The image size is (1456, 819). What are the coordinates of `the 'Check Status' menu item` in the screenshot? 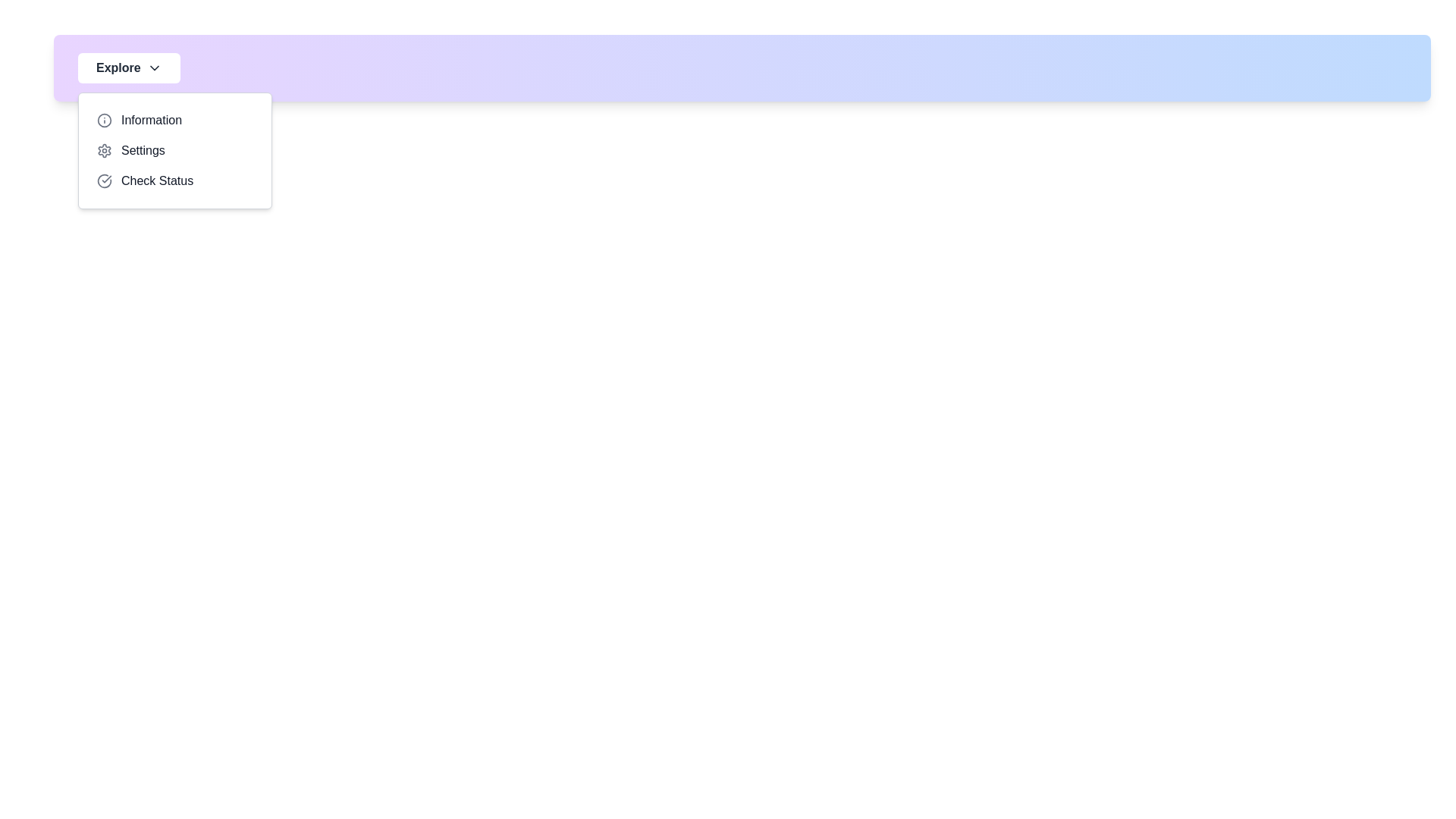 It's located at (174, 180).